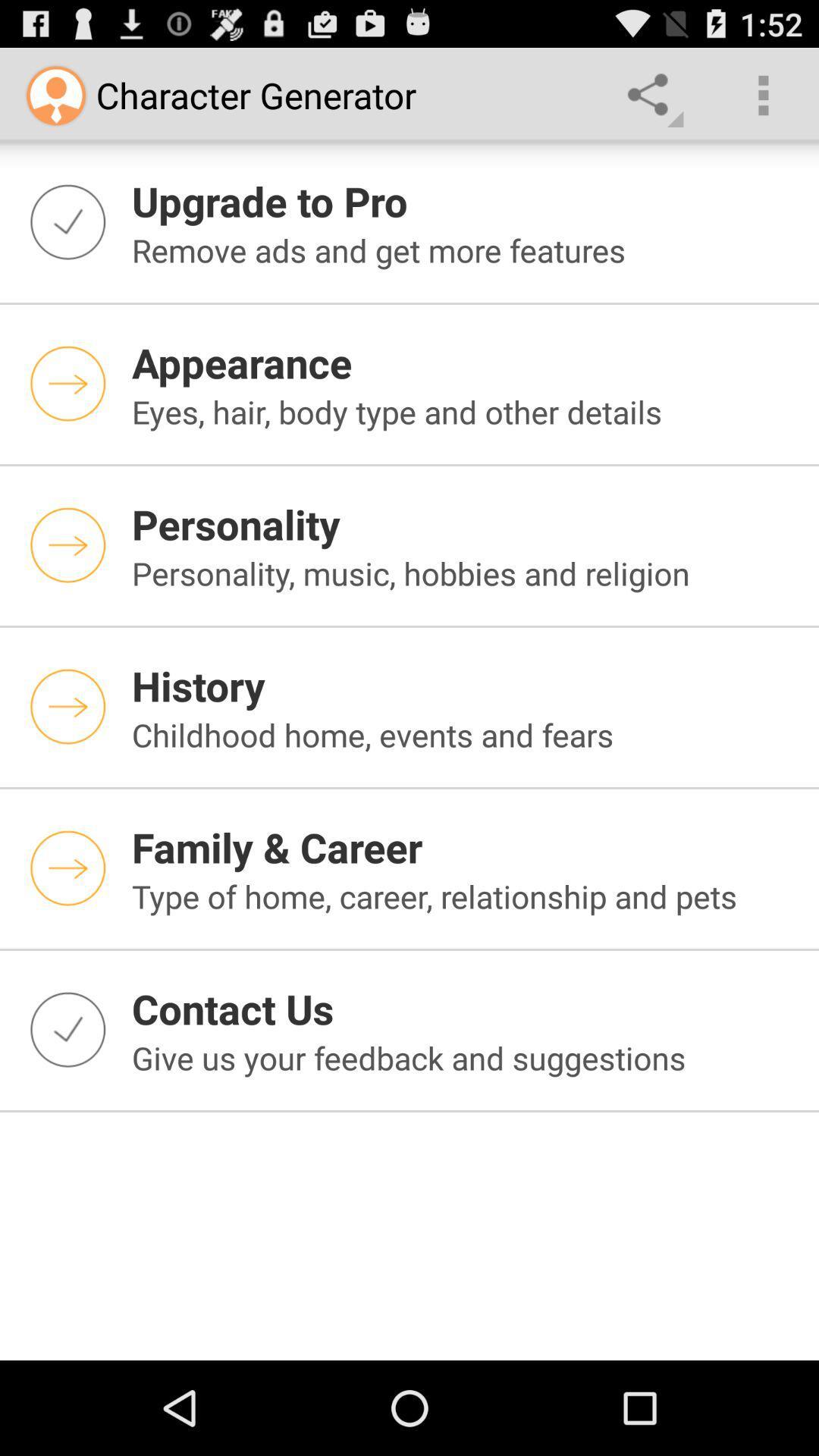 The width and height of the screenshot is (819, 1456). What do you see at coordinates (465, 1057) in the screenshot?
I see `item below contact us icon` at bounding box center [465, 1057].